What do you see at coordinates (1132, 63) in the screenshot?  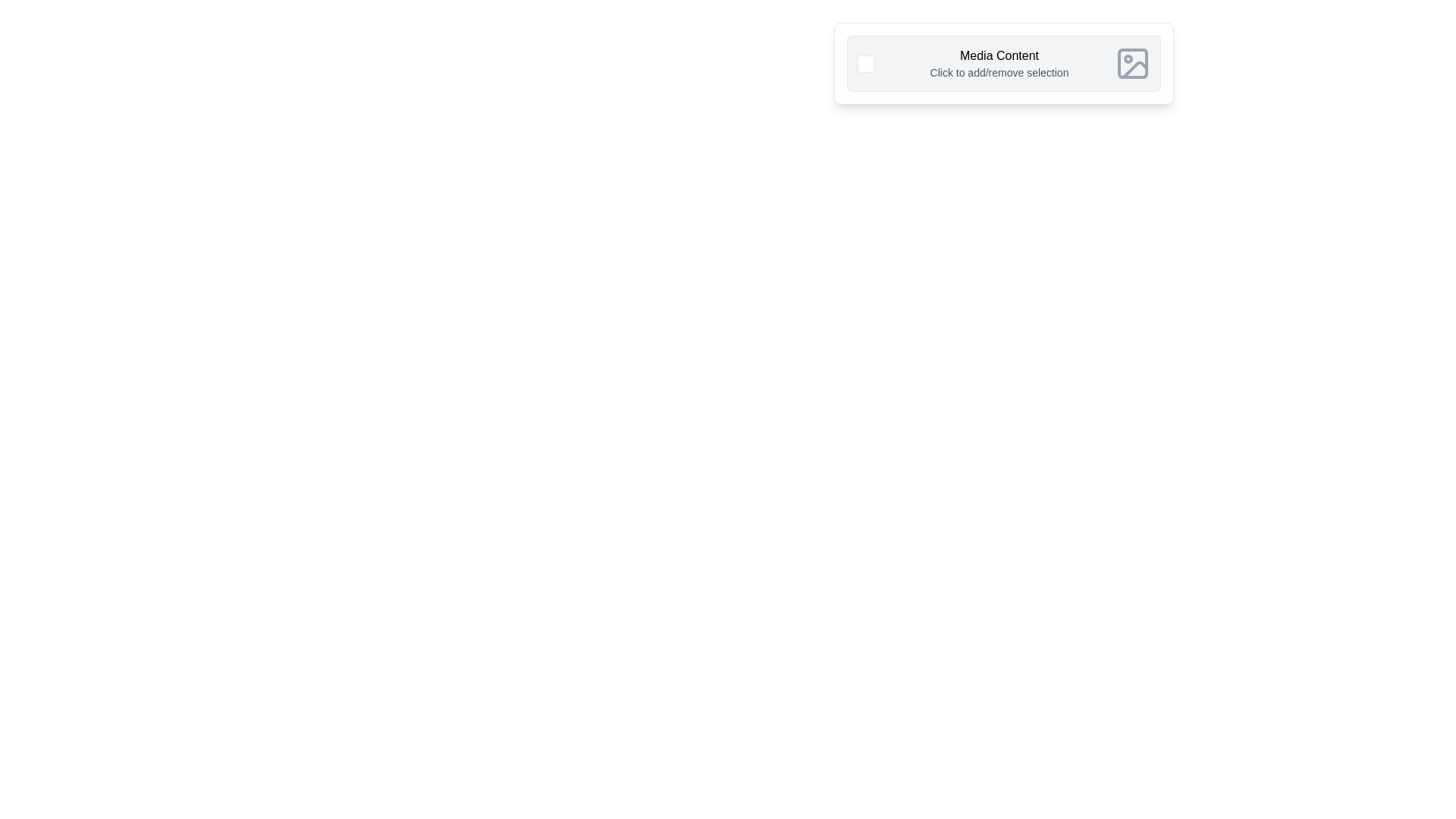 I see `the rectangular icon with rounded corners located at the top-right corner of the 'Media Content' panel` at bounding box center [1132, 63].